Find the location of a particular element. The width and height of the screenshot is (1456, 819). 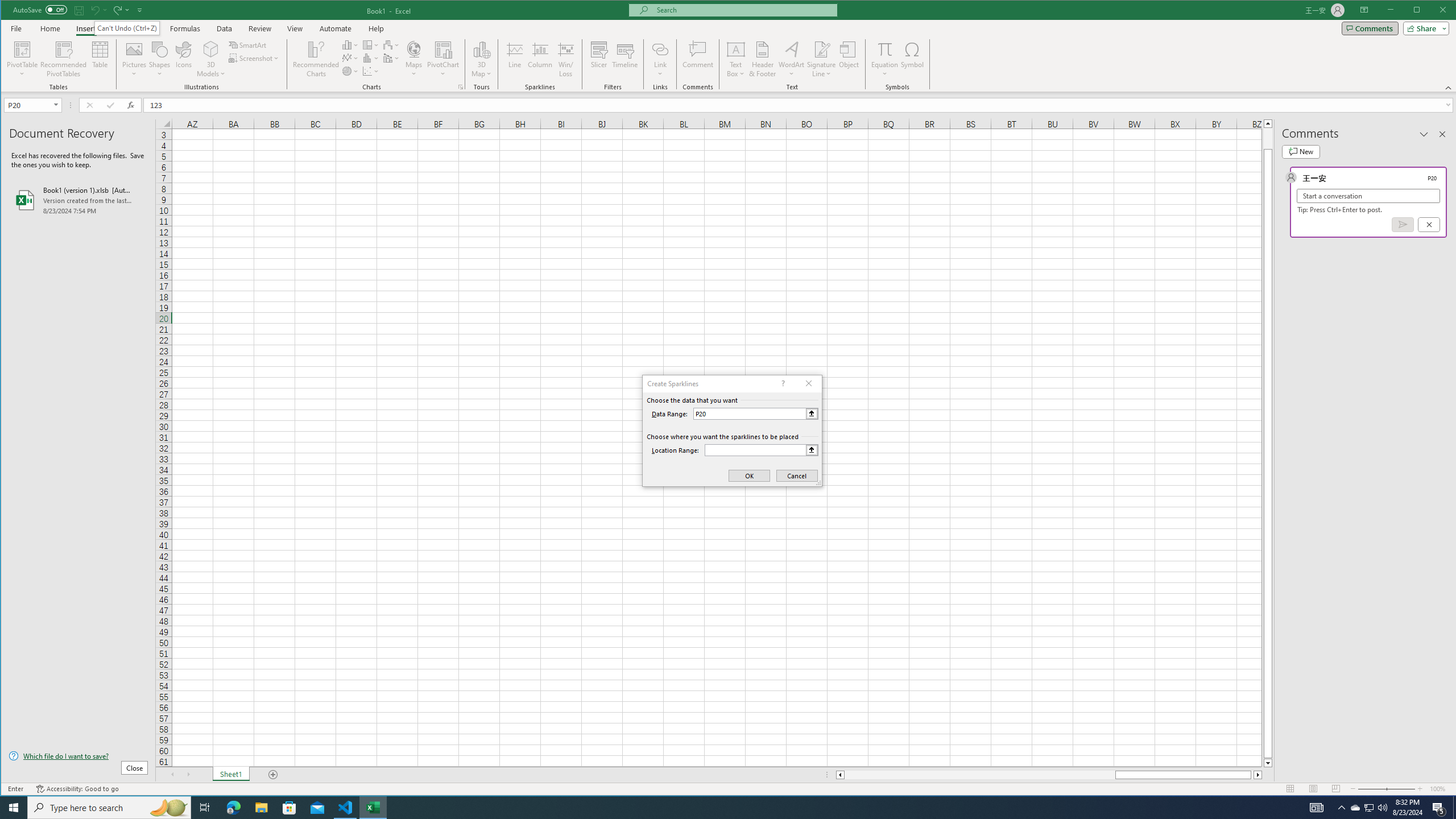

'Pictures' is located at coordinates (134, 59).